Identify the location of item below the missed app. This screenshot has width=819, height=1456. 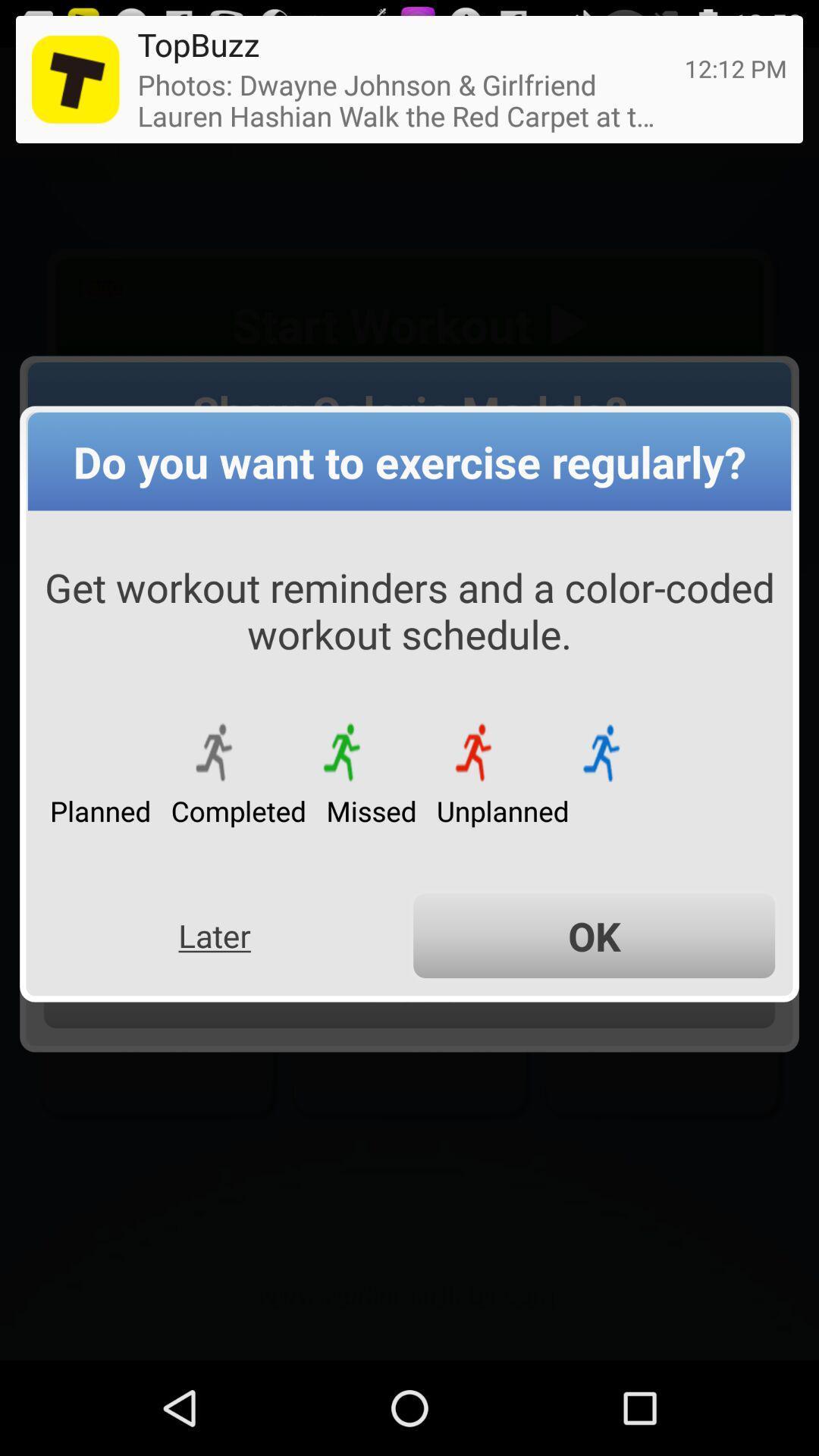
(593, 935).